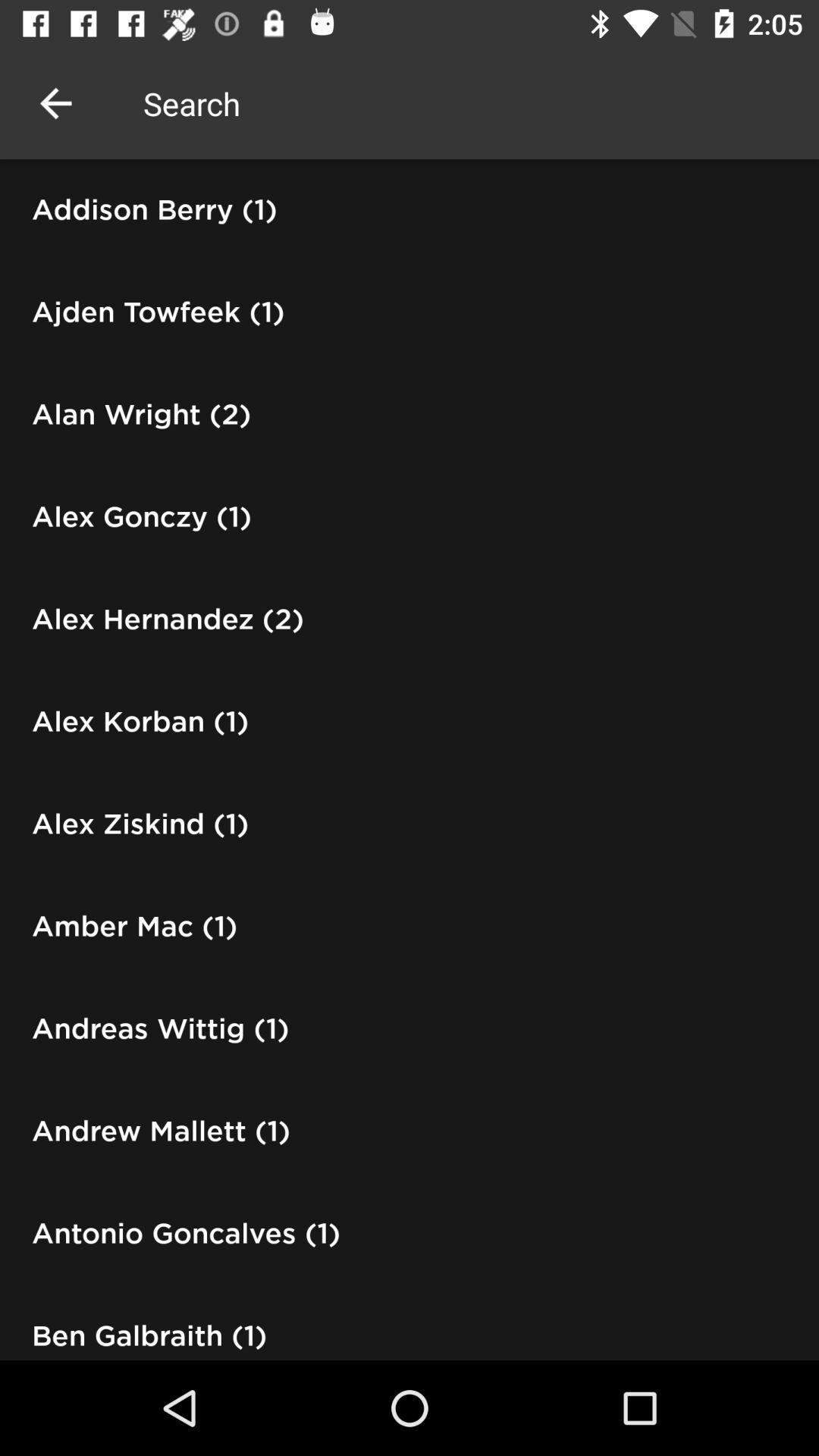 This screenshot has height=1456, width=819. I want to click on the item to the left of the search icon, so click(55, 102).